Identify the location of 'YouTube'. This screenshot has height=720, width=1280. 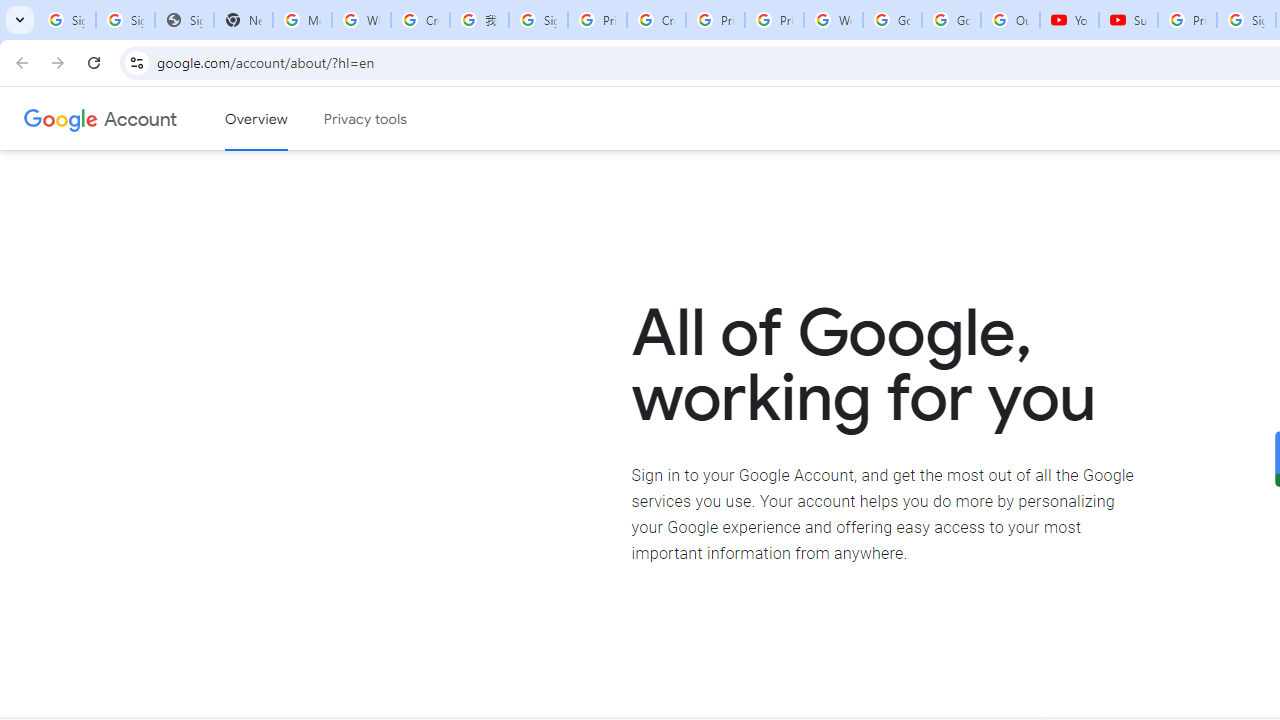
(1068, 20).